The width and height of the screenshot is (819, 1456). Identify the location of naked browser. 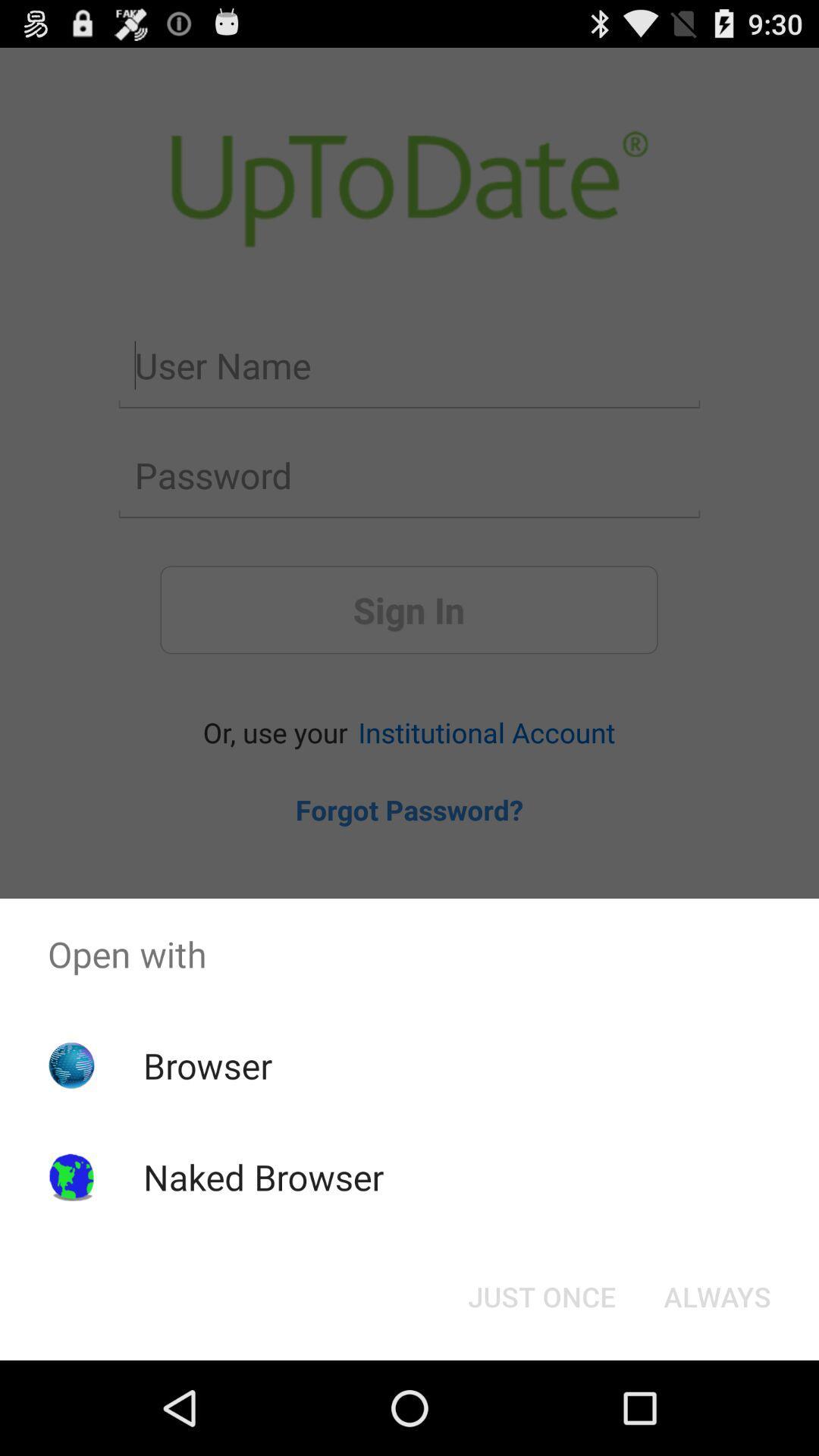
(262, 1176).